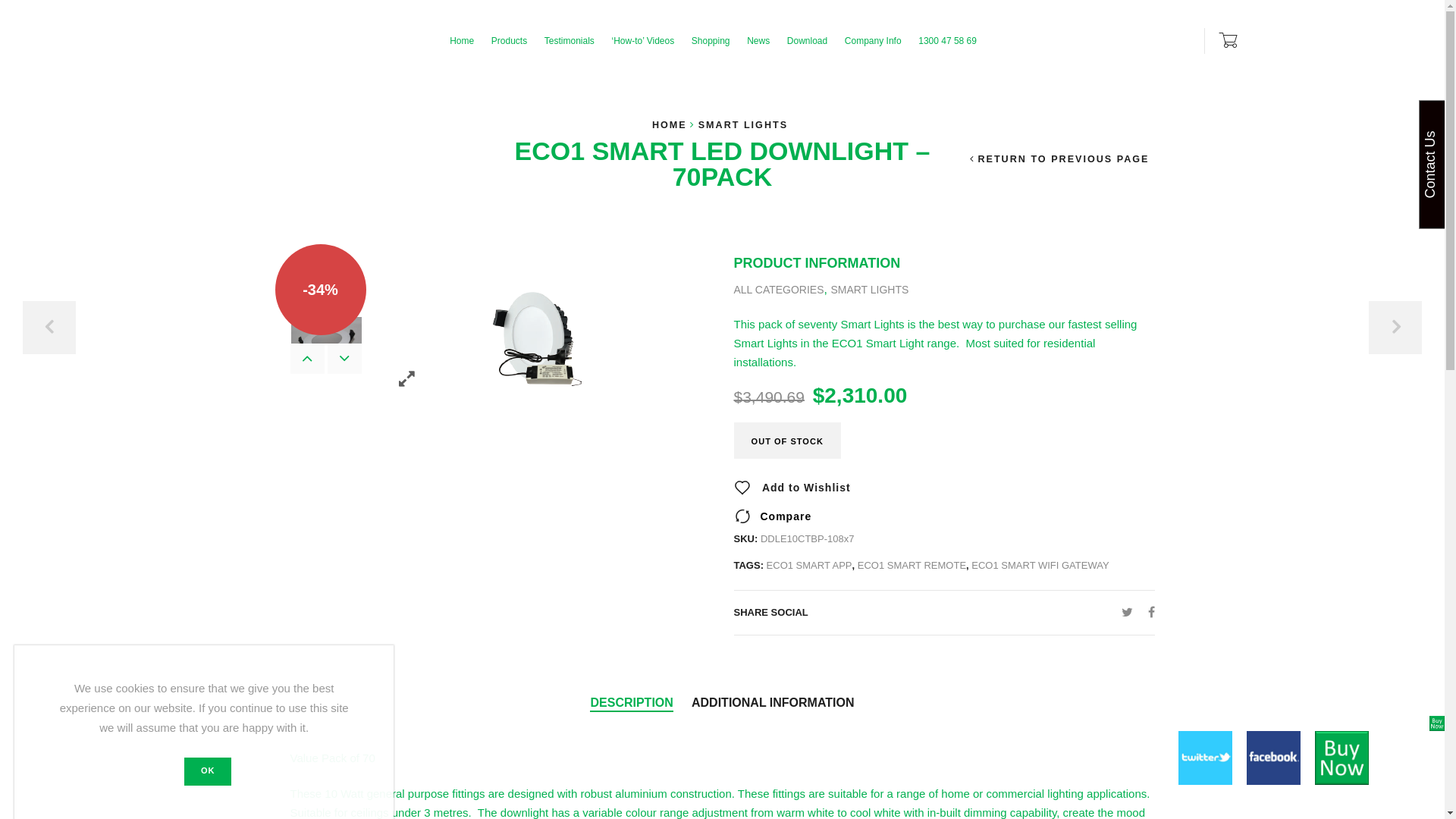 The width and height of the screenshot is (1456, 819). I want to click on '1300 47 58 69', so click(910, 40).